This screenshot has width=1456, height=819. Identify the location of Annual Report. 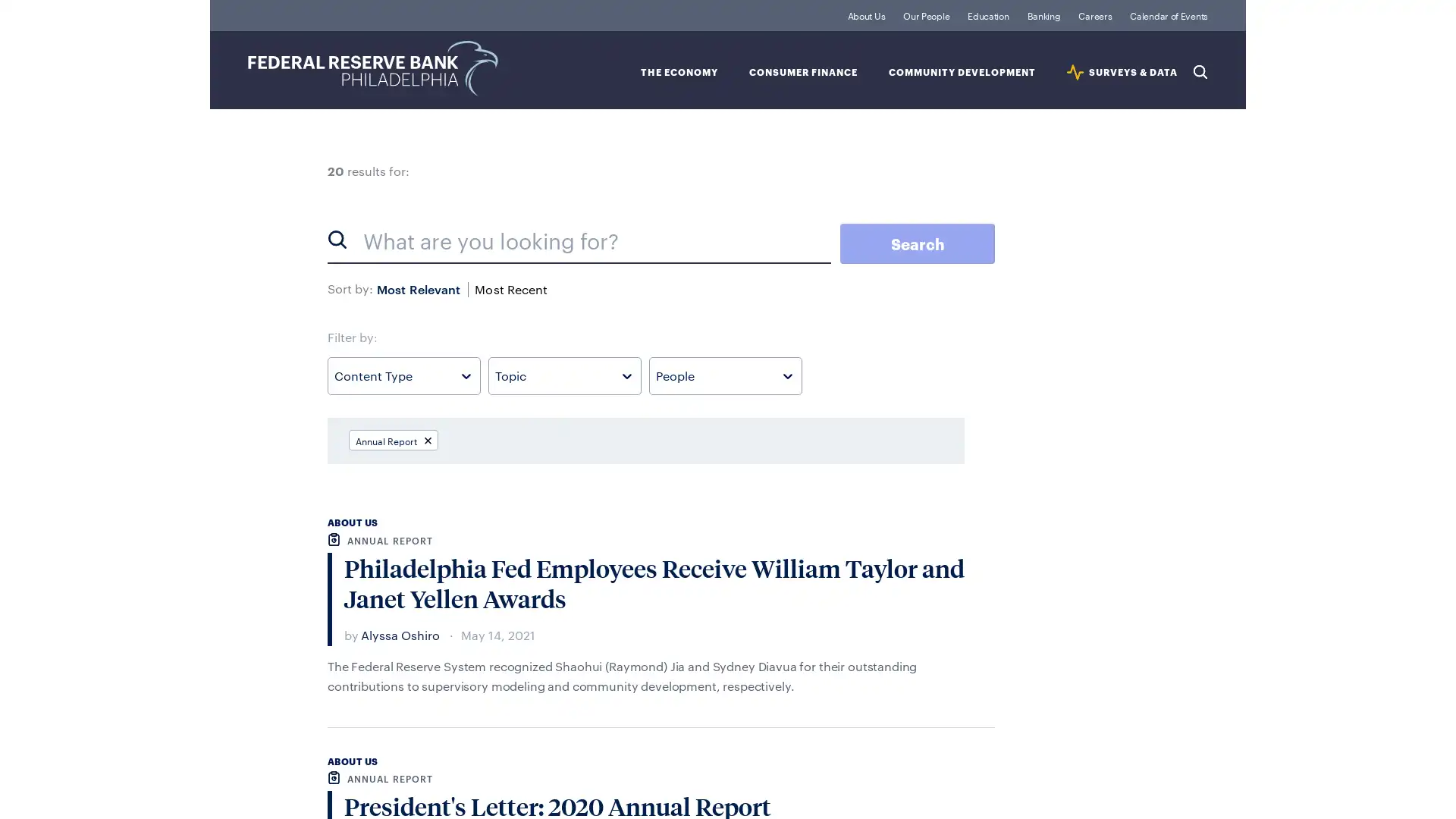
(393, 439).